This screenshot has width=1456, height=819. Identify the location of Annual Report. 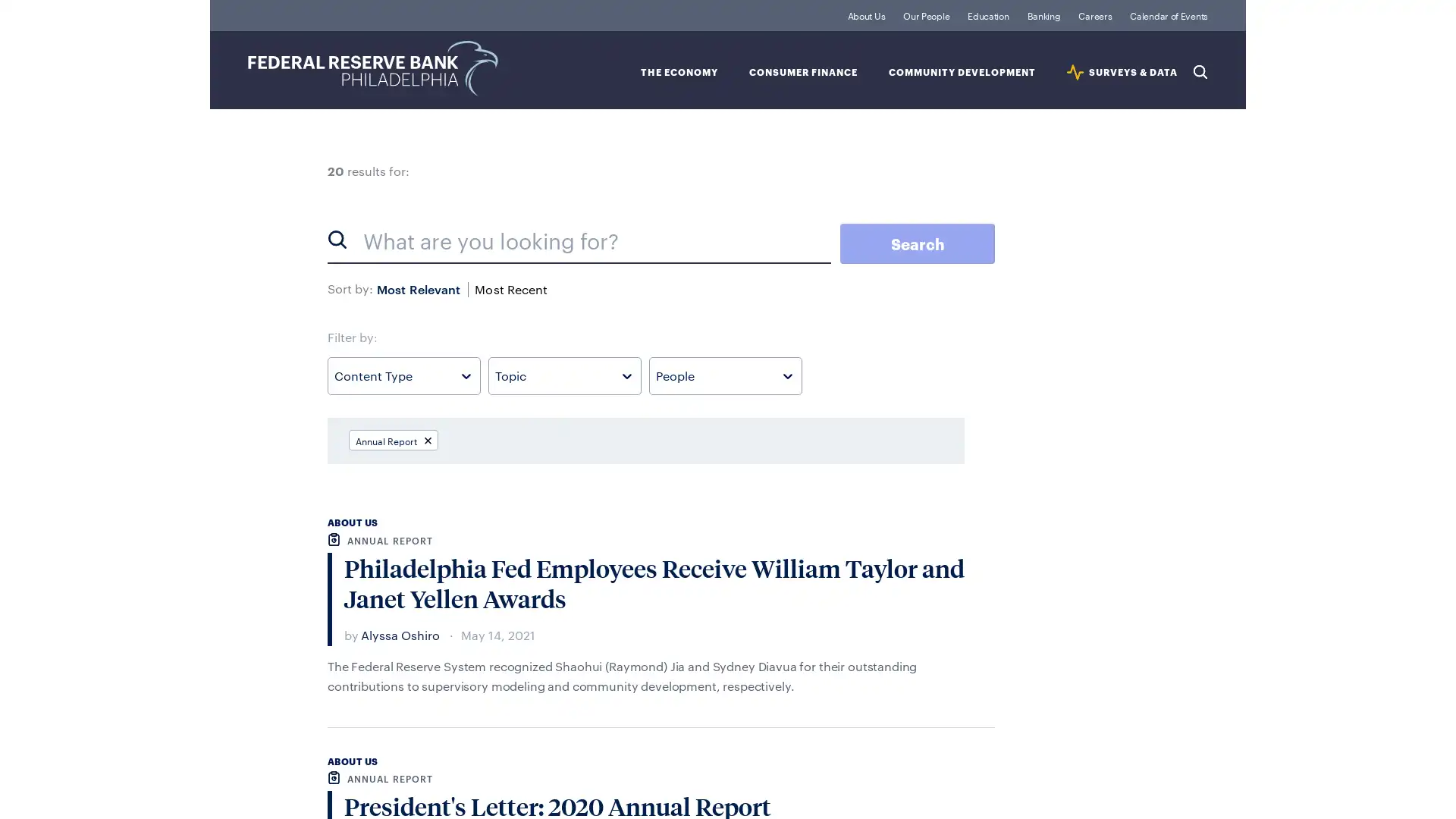
(393, 439).